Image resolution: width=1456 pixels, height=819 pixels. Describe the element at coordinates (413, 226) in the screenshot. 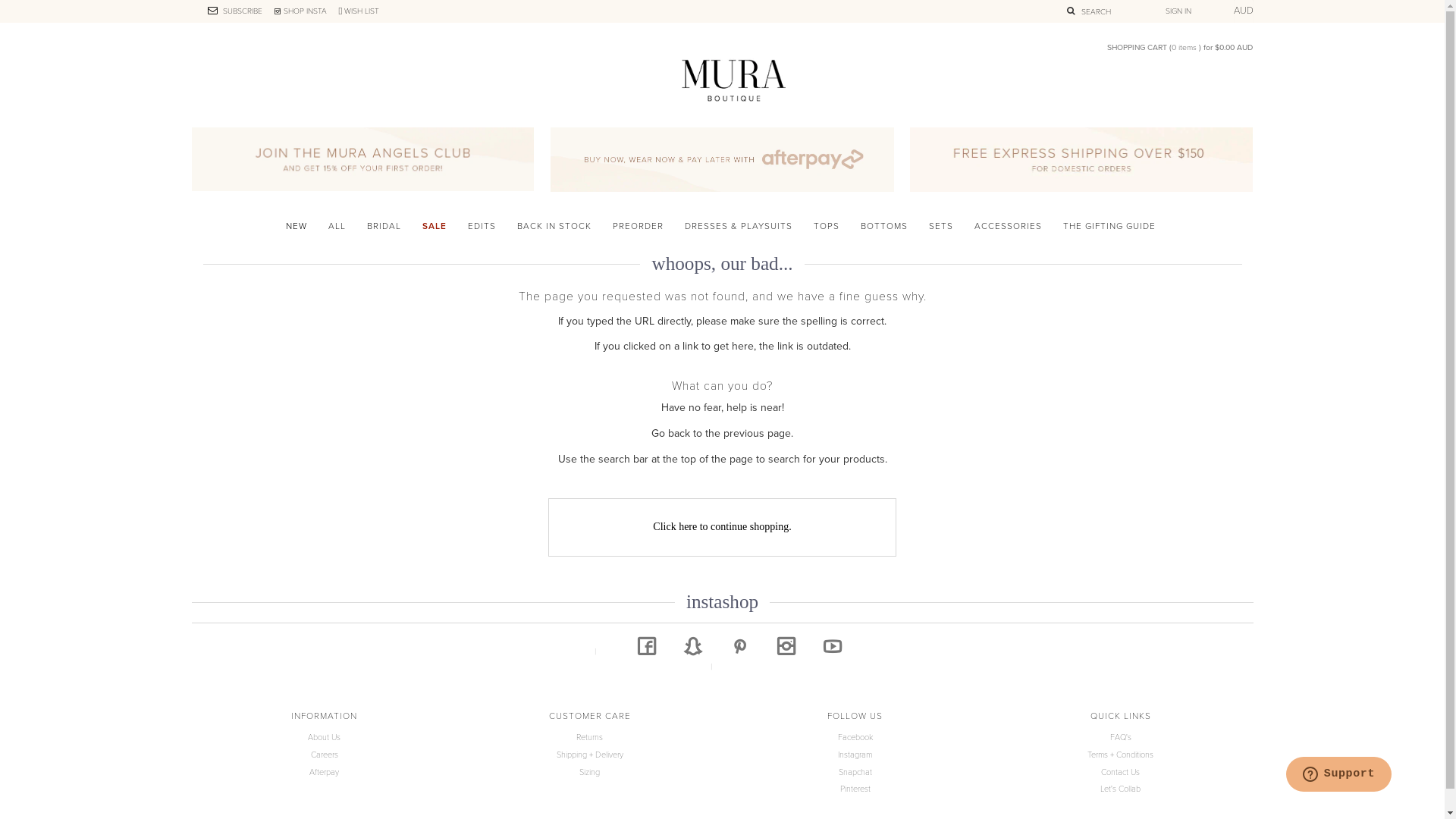

I see `'SALE'` at that location.